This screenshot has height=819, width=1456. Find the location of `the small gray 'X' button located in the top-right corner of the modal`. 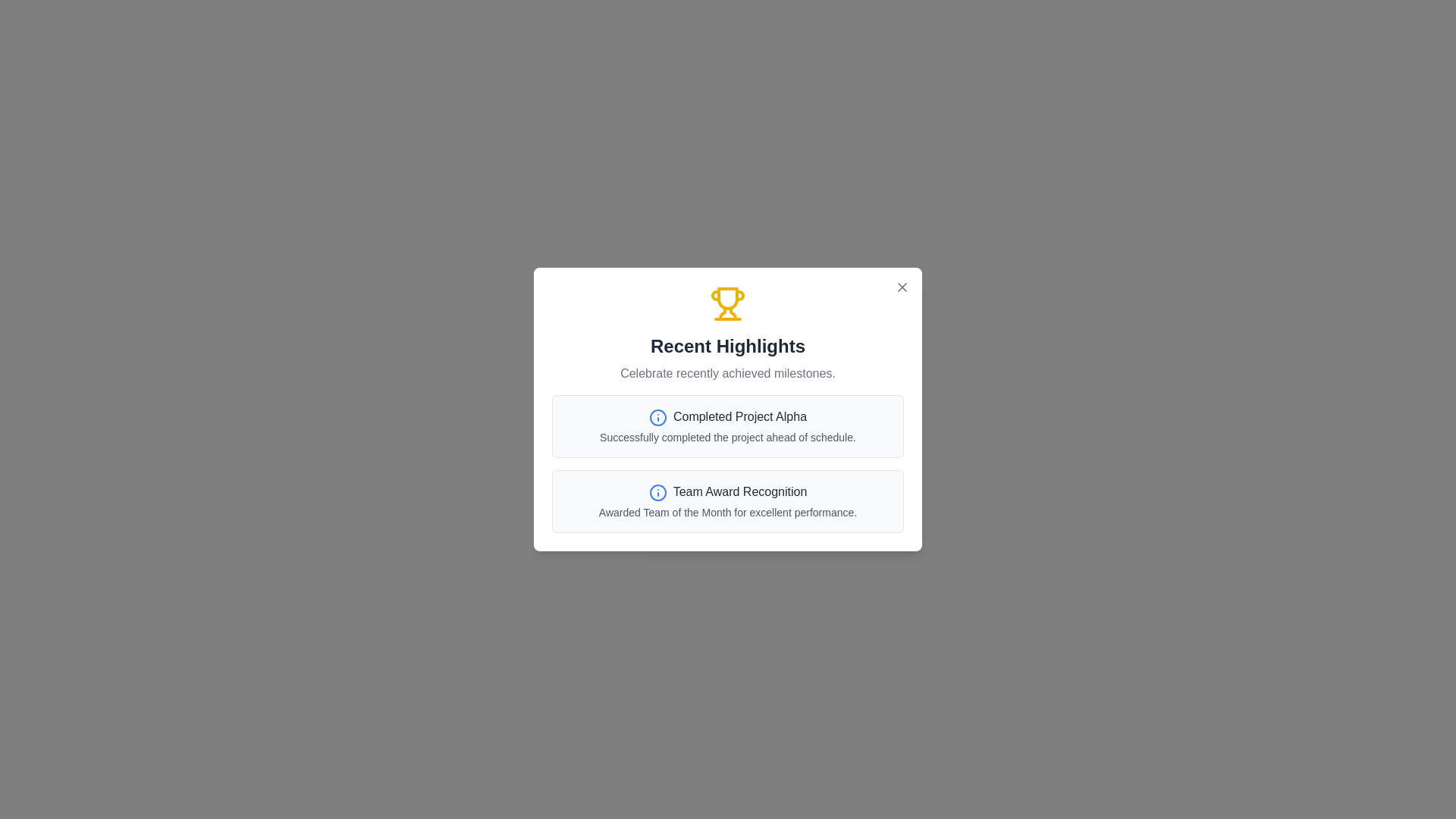

the small gray 'X' button located in the top-right corner of the modal is located at coordinates (902, 287).